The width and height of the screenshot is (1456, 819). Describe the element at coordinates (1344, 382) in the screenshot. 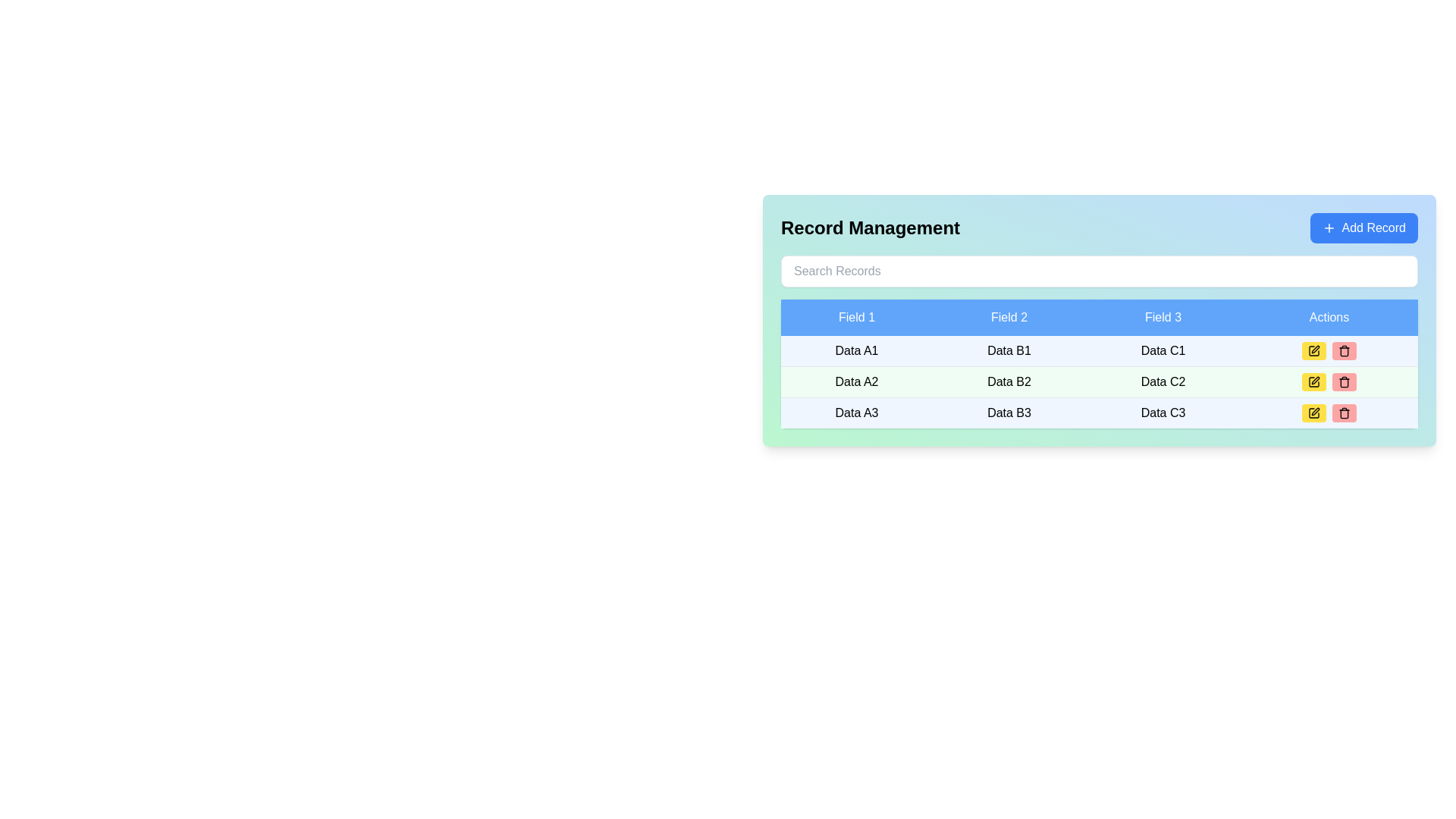

I see `the trash can icon in the Actions column of the data table` at that location.